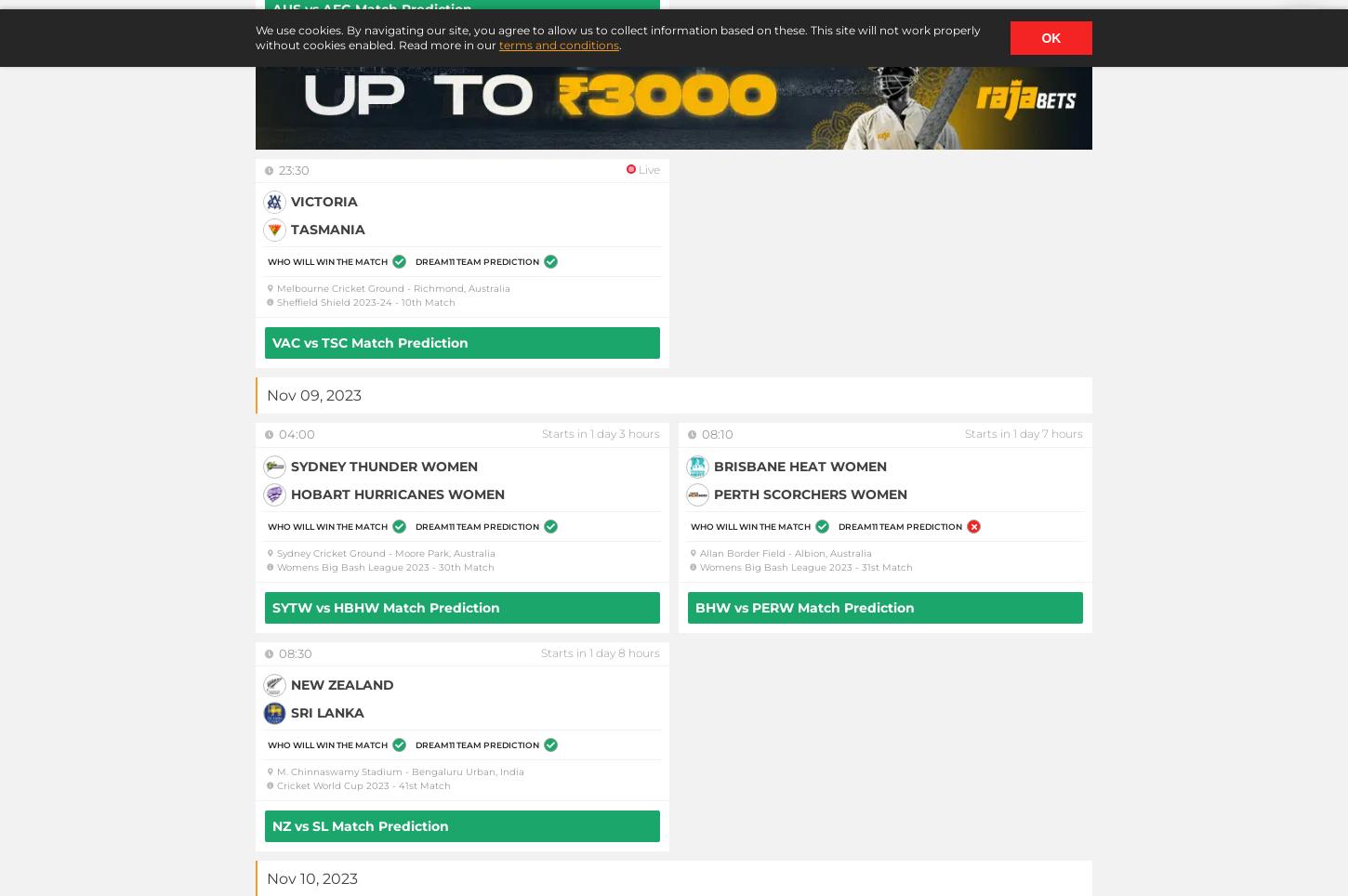  I want to click on '41st Match', so click(424, 785).